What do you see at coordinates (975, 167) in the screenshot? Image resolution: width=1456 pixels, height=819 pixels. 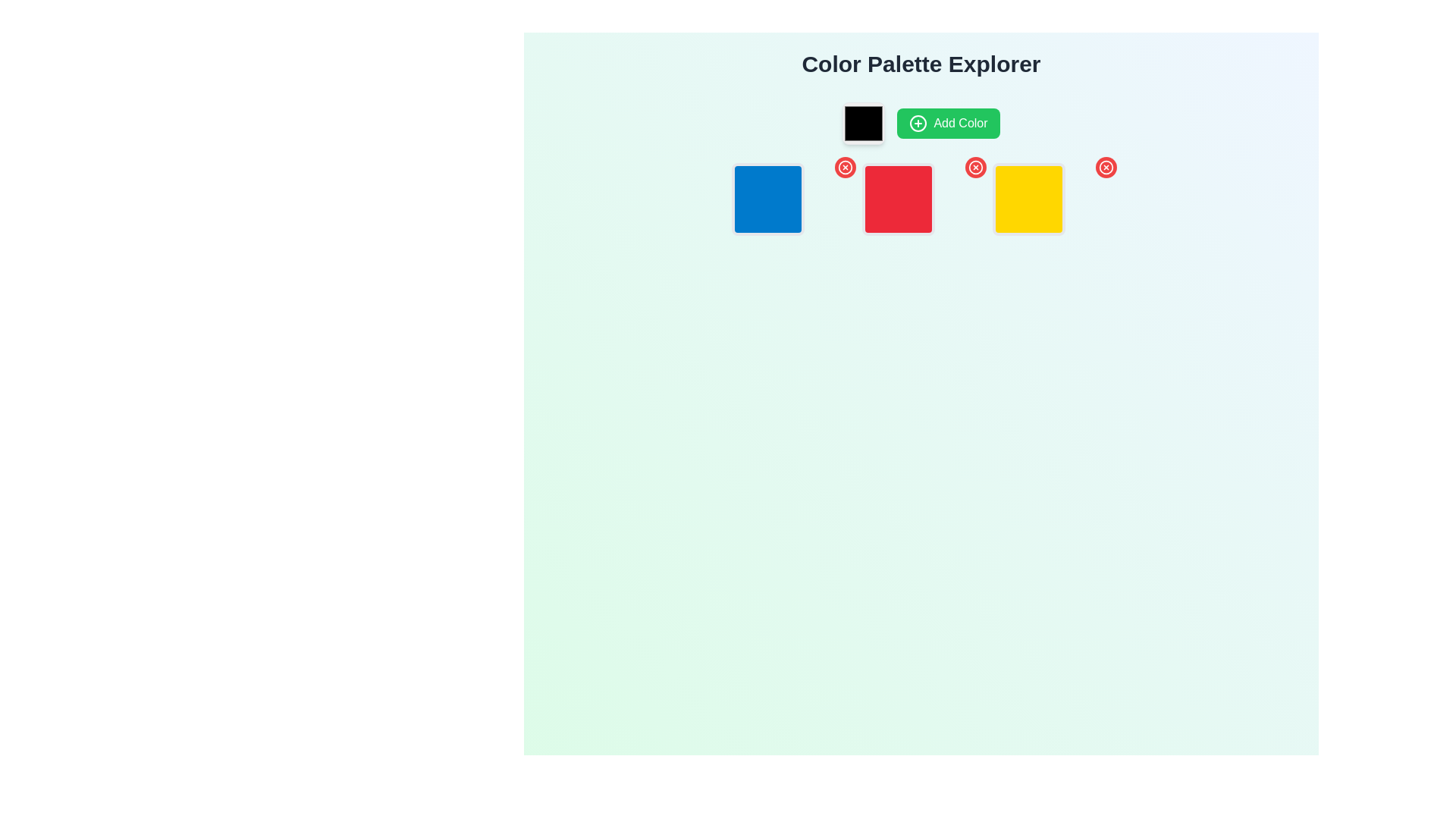 I see `the Icon Button used for deleting or removing the associated item, located to the top-left of the second red color block` at bounding box center [975, 167].